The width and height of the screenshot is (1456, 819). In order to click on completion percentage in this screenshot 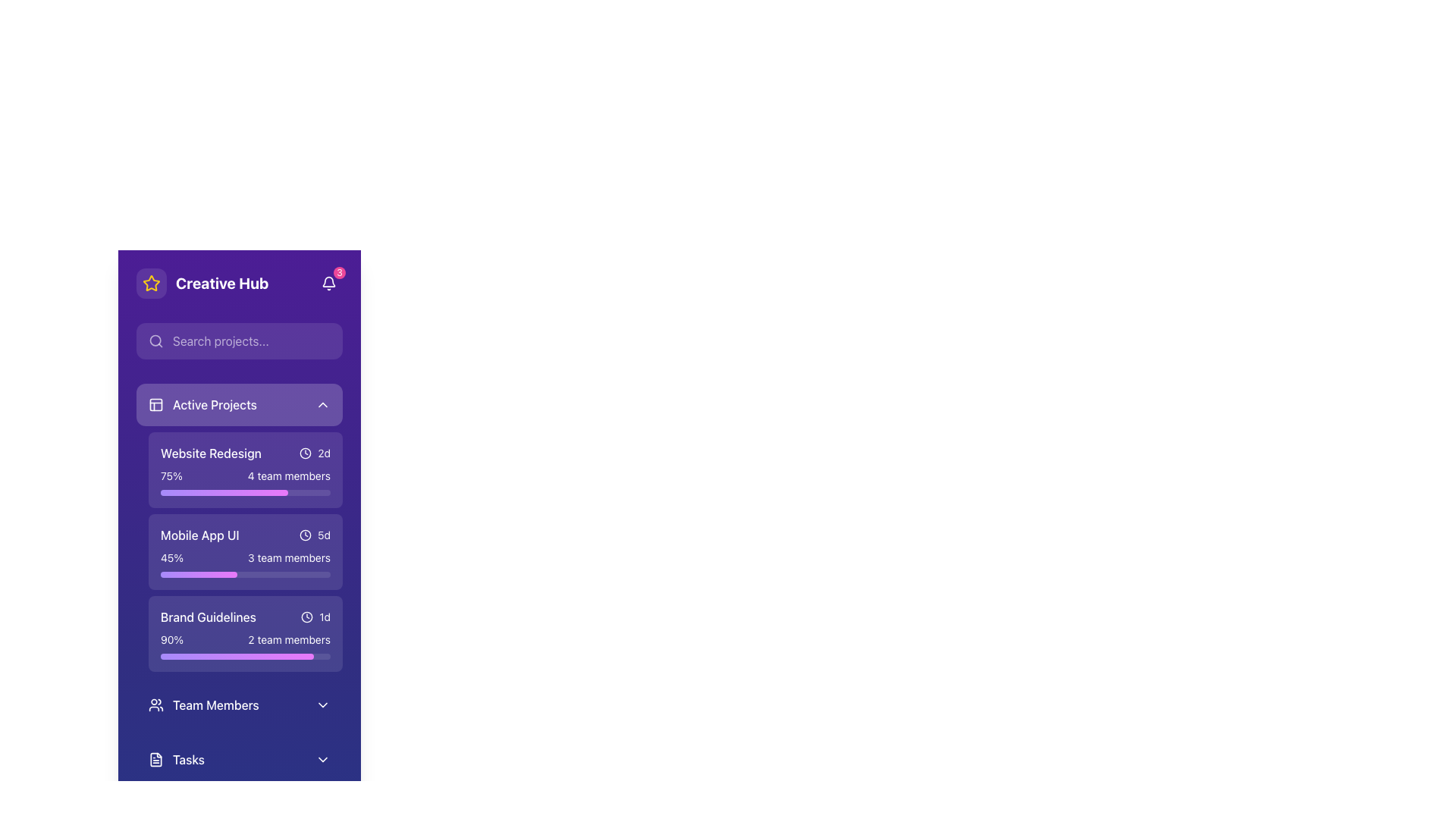, I will do `click(164, 493)`.